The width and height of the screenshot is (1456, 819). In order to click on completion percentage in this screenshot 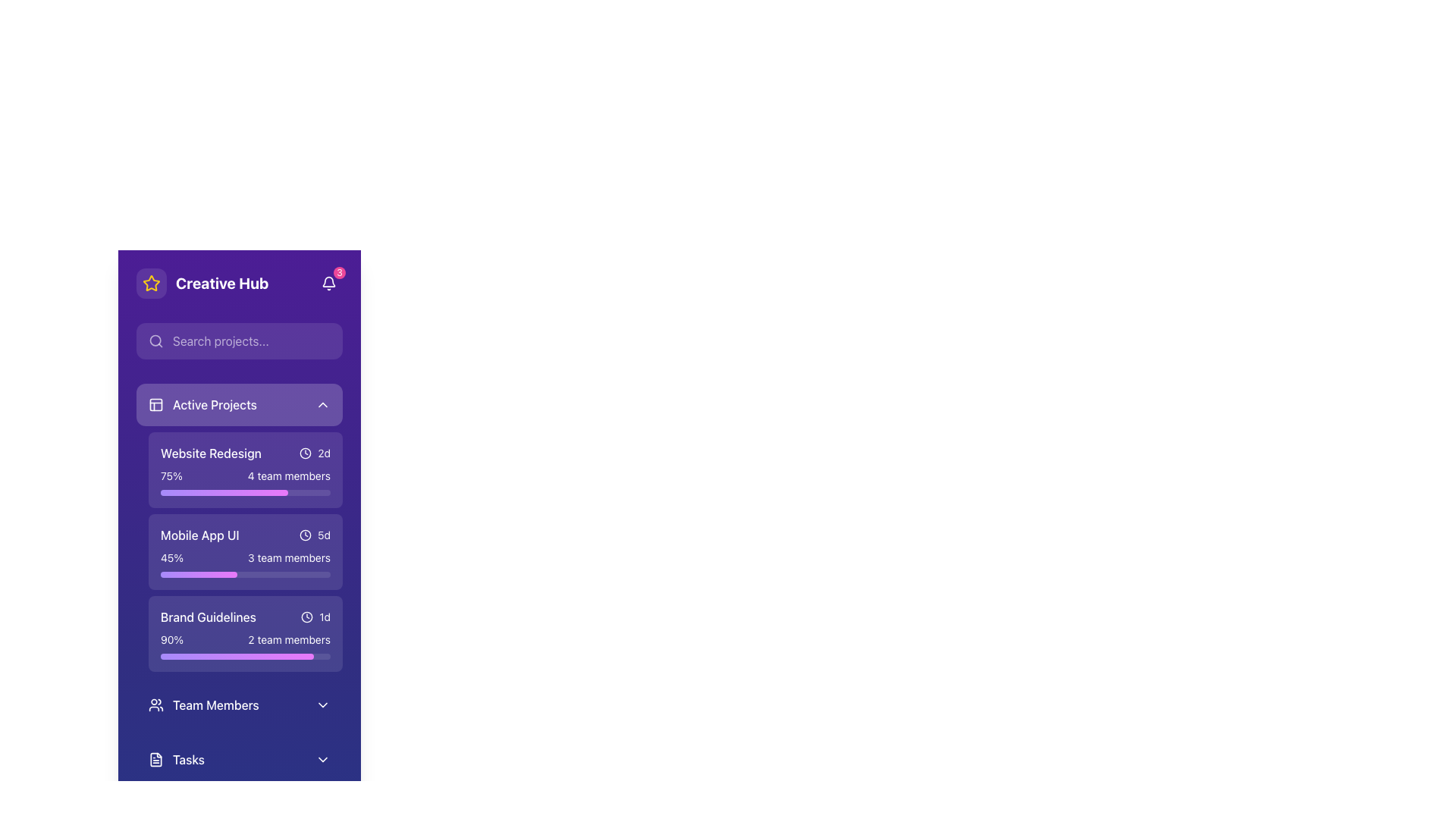, I will do `click(164, 493)`.